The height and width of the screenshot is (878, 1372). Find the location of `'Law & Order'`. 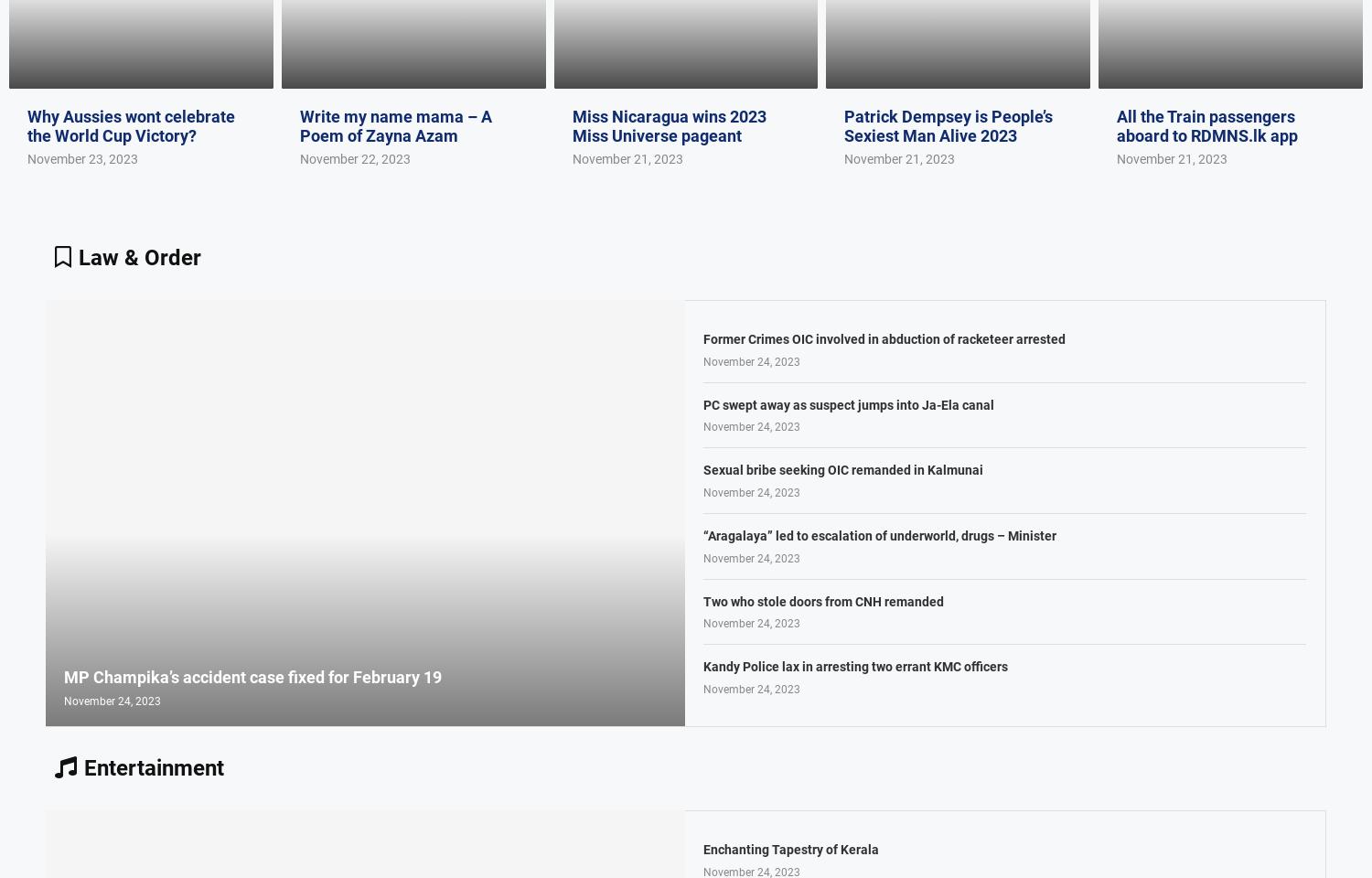

'Law & Order' is located at coordinates (140, 255).